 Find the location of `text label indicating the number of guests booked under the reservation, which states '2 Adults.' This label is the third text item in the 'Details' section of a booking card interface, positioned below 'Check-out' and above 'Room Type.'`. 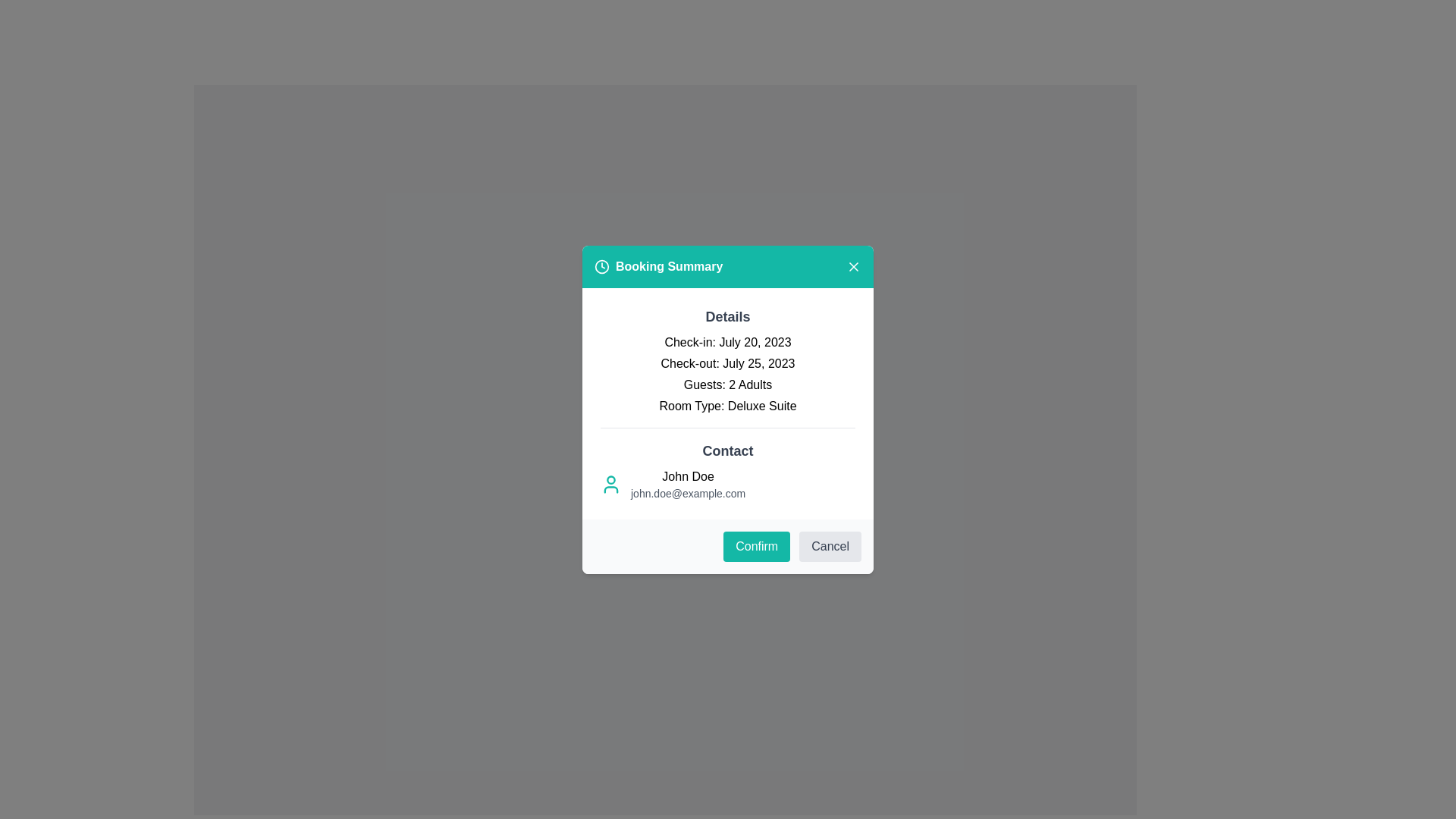

text label indicating the number of guests booked under the reservation, which states '2 Adults.' This label is the third text item in the 'Details' section of a booking card interface, positioned below 'Check-out' and above 'Room Type.' is located at coordinates (728, 384).